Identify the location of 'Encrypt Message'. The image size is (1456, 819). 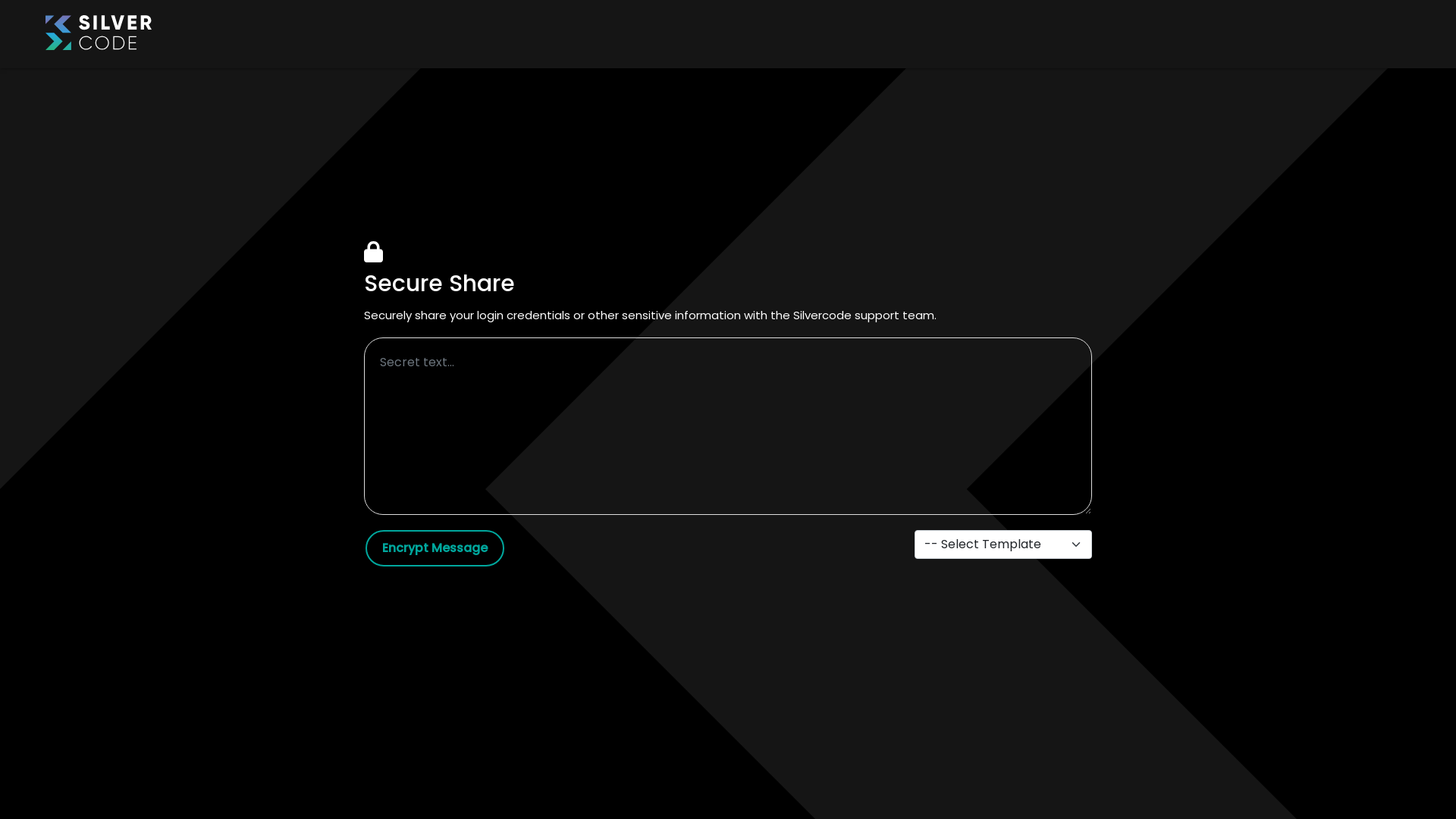
(365, 548).